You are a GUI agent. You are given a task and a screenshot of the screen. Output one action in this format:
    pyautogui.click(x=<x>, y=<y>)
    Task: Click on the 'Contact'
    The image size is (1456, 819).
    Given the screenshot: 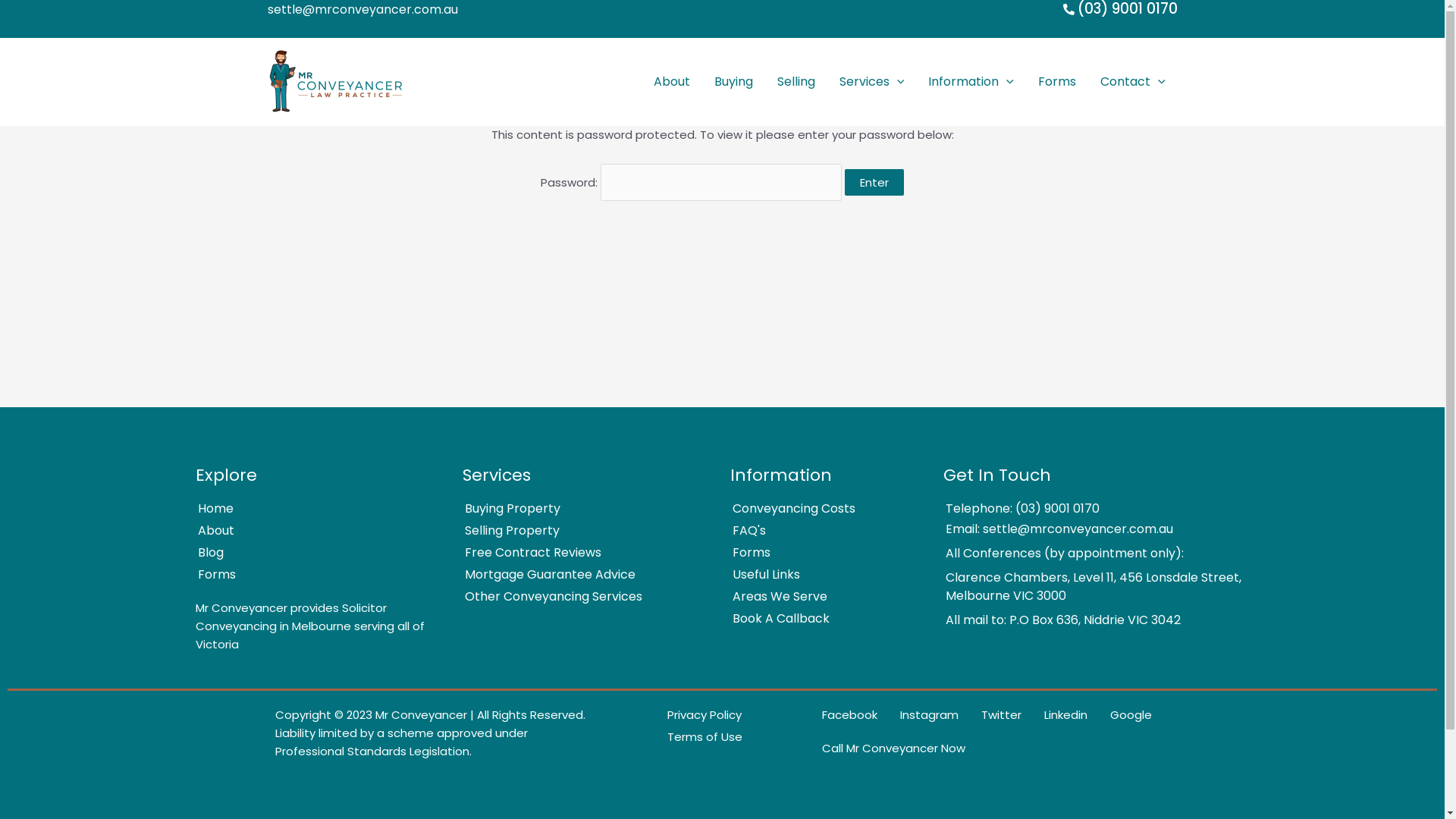 What is the action you would take?
    pyautogui.click(x=1087, y=82)
    